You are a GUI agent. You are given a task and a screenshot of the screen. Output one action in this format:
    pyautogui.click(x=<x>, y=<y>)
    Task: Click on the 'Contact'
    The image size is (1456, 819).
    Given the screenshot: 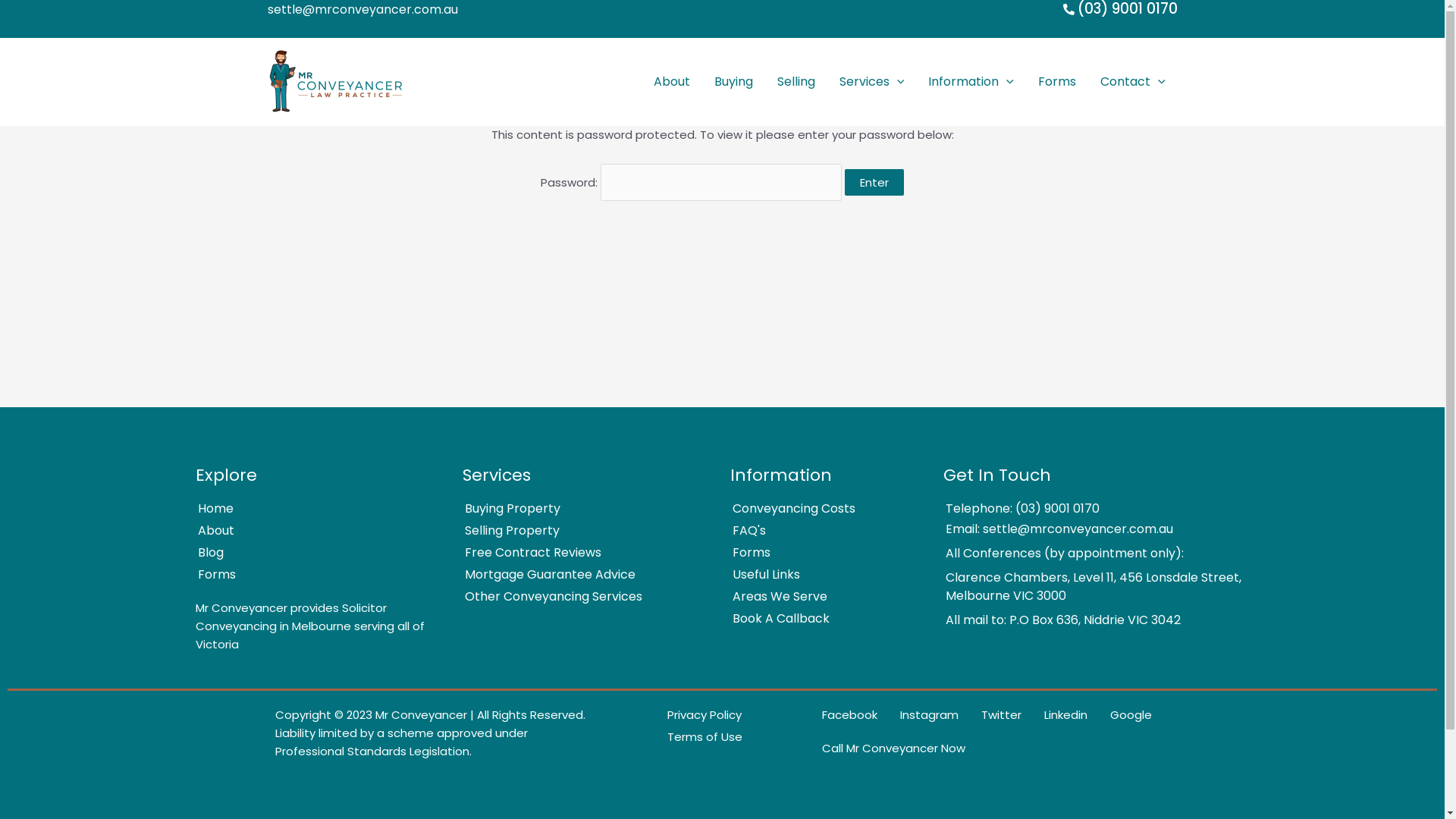 What is the action you would take?
    pyautogui.click(x=1087, y=82)
    